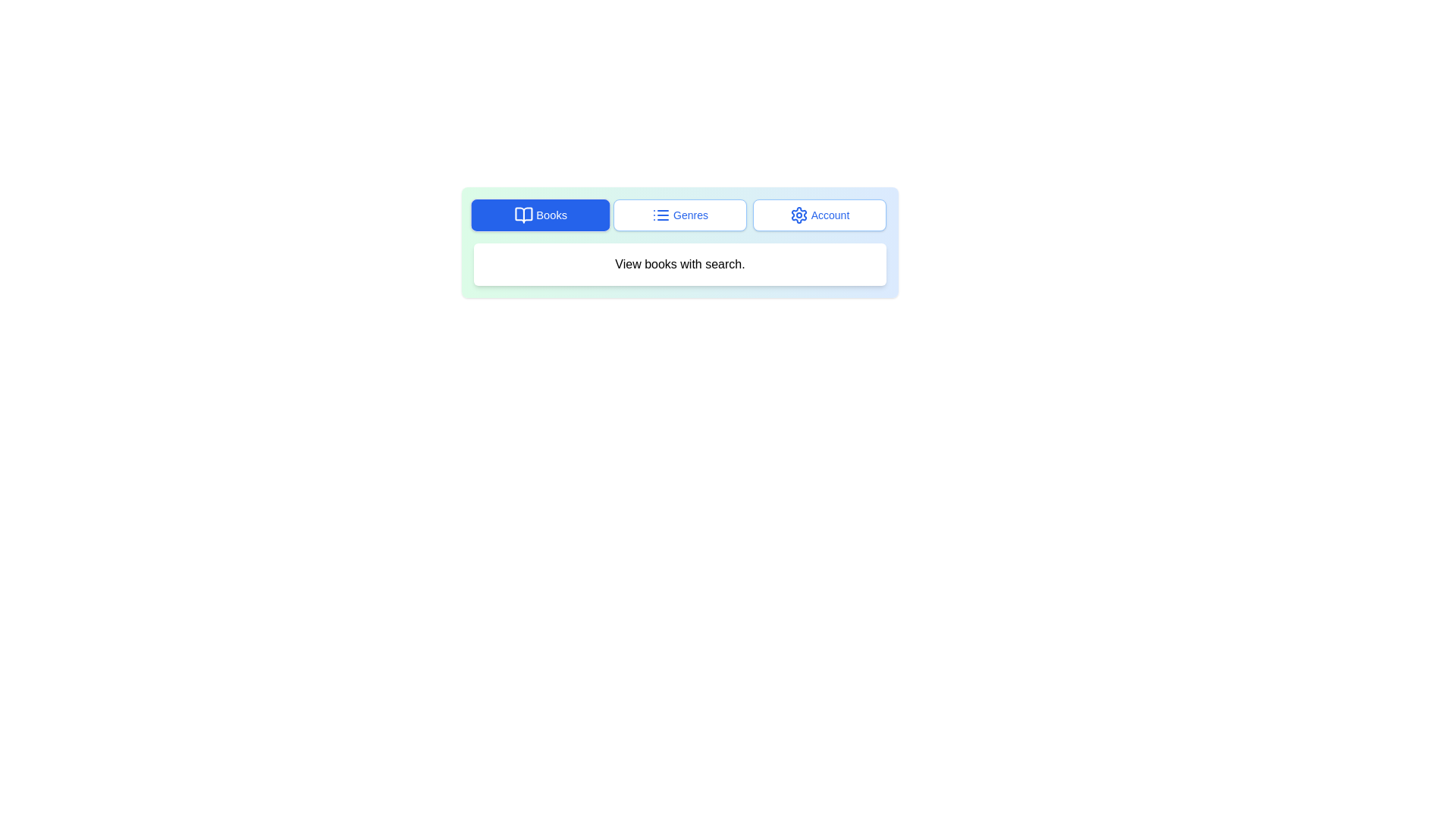 The height and width of the screenshot is (819, 1456). I want to click on the 'Genres' button, which has a white background, blue text, and a blue outline with a list icon to its left, positioned between the 'Books' and 'Account' buttons, so click(679, 215).